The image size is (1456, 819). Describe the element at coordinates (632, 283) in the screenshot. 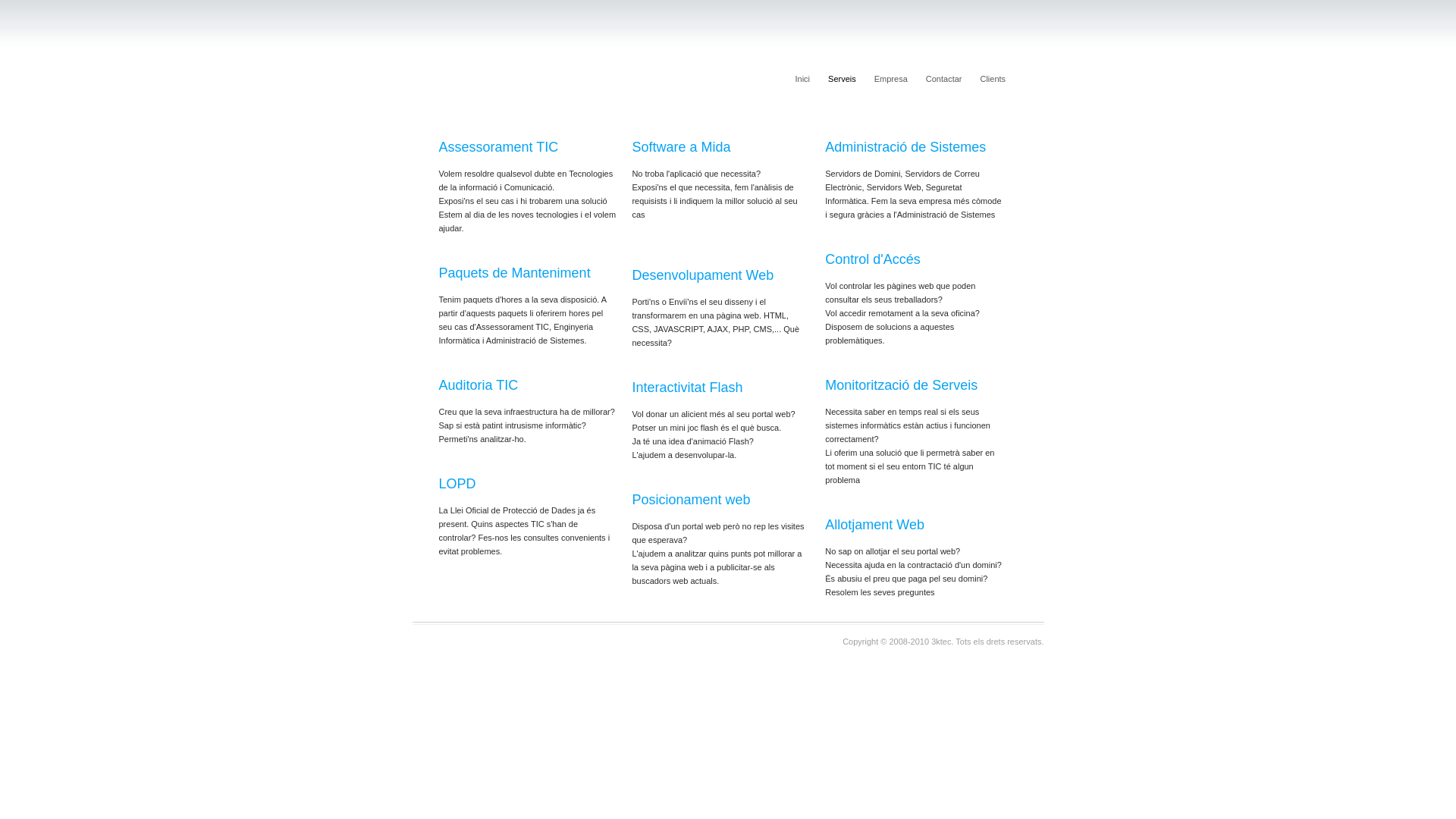

I see `'Desenvolupament Web'` at that location.